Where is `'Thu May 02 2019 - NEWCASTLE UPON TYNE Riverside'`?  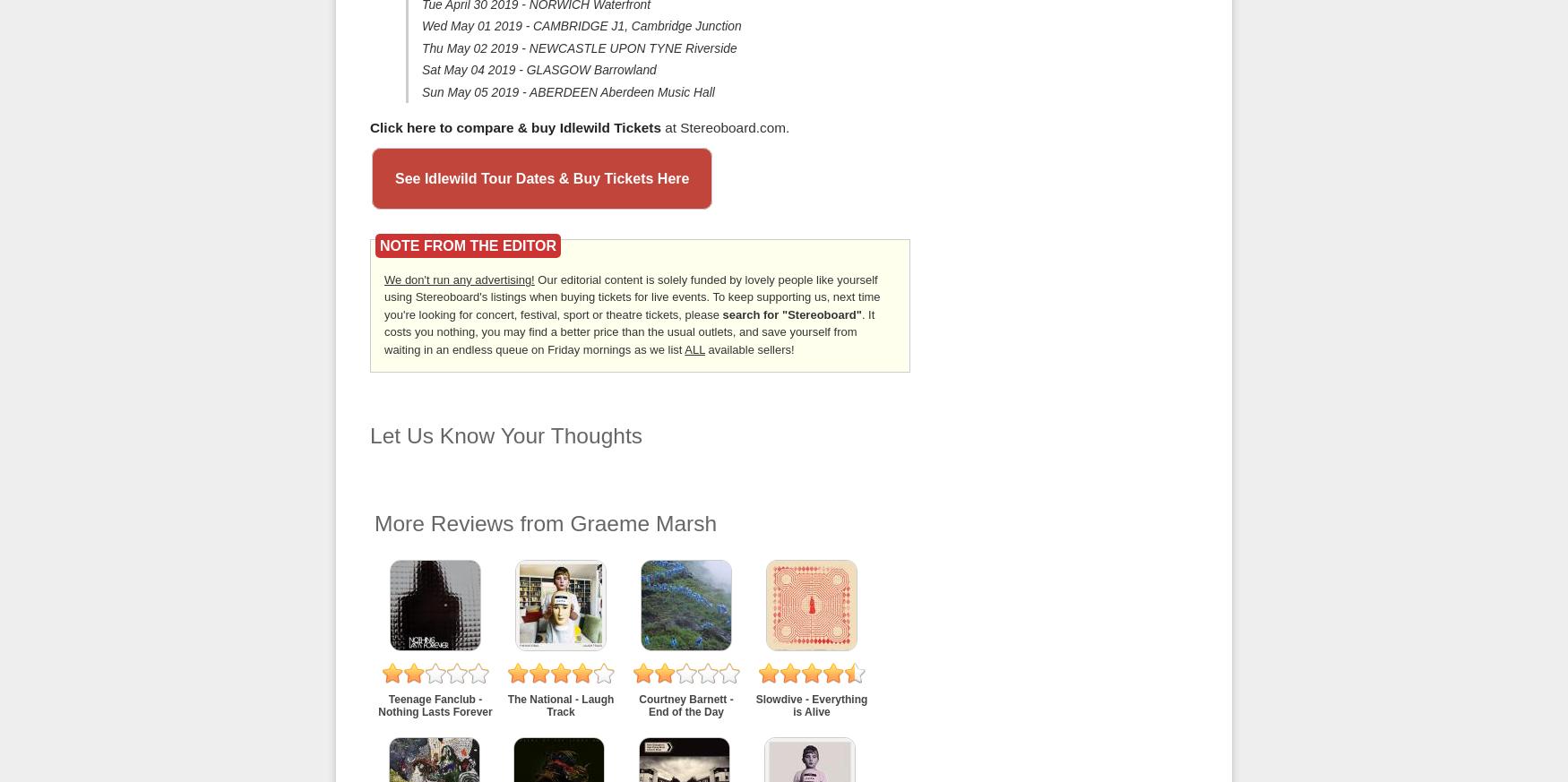 'Thu May 02 2019 - NEWCASTLE UPON TYNE Riverside' is located at coordinates (421, 46).